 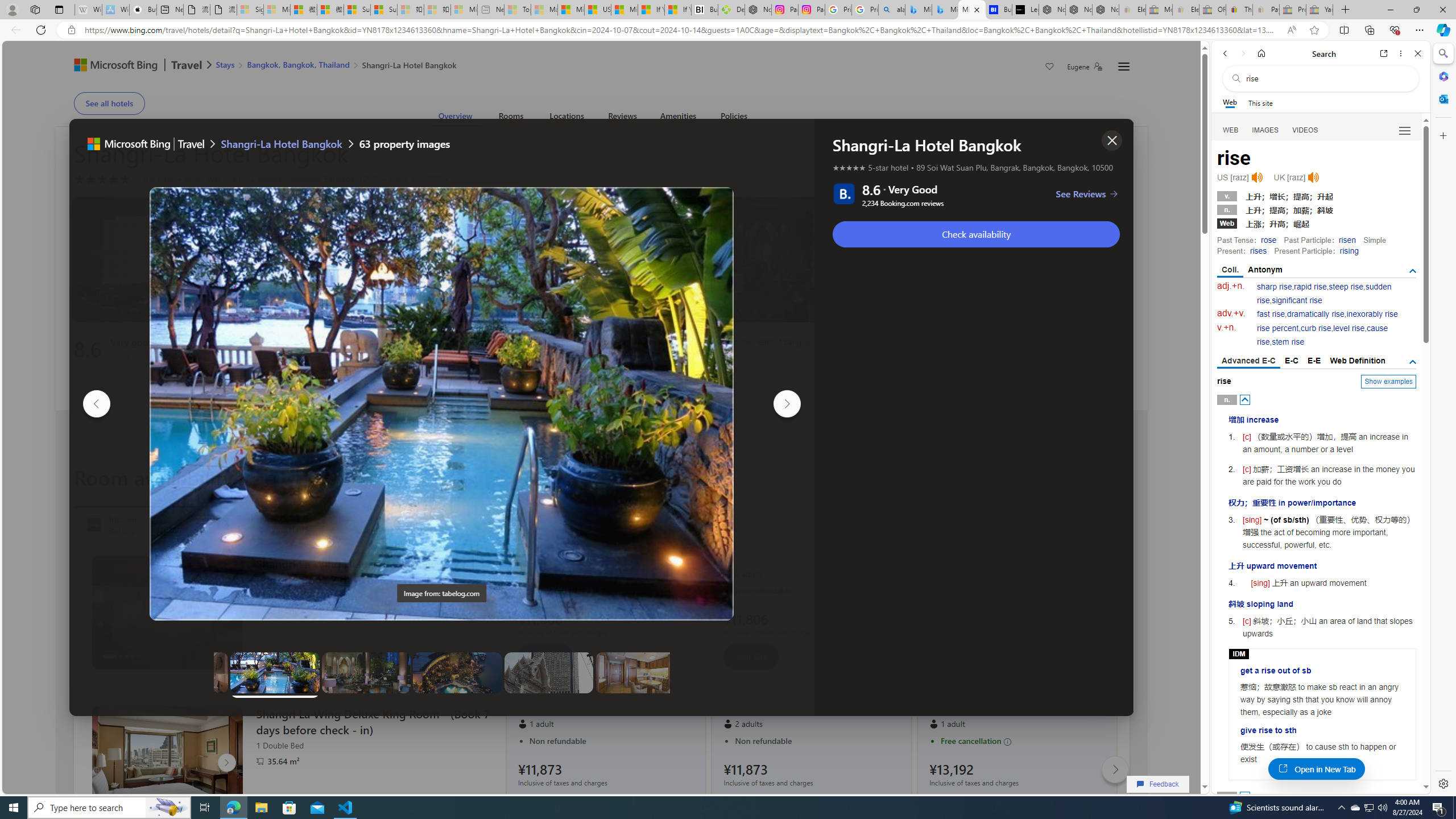 What do you see at coordinates (731, 9) in the screenshot?
I see `'Descarga Driver Updater'` at bounding box center [731, 9].